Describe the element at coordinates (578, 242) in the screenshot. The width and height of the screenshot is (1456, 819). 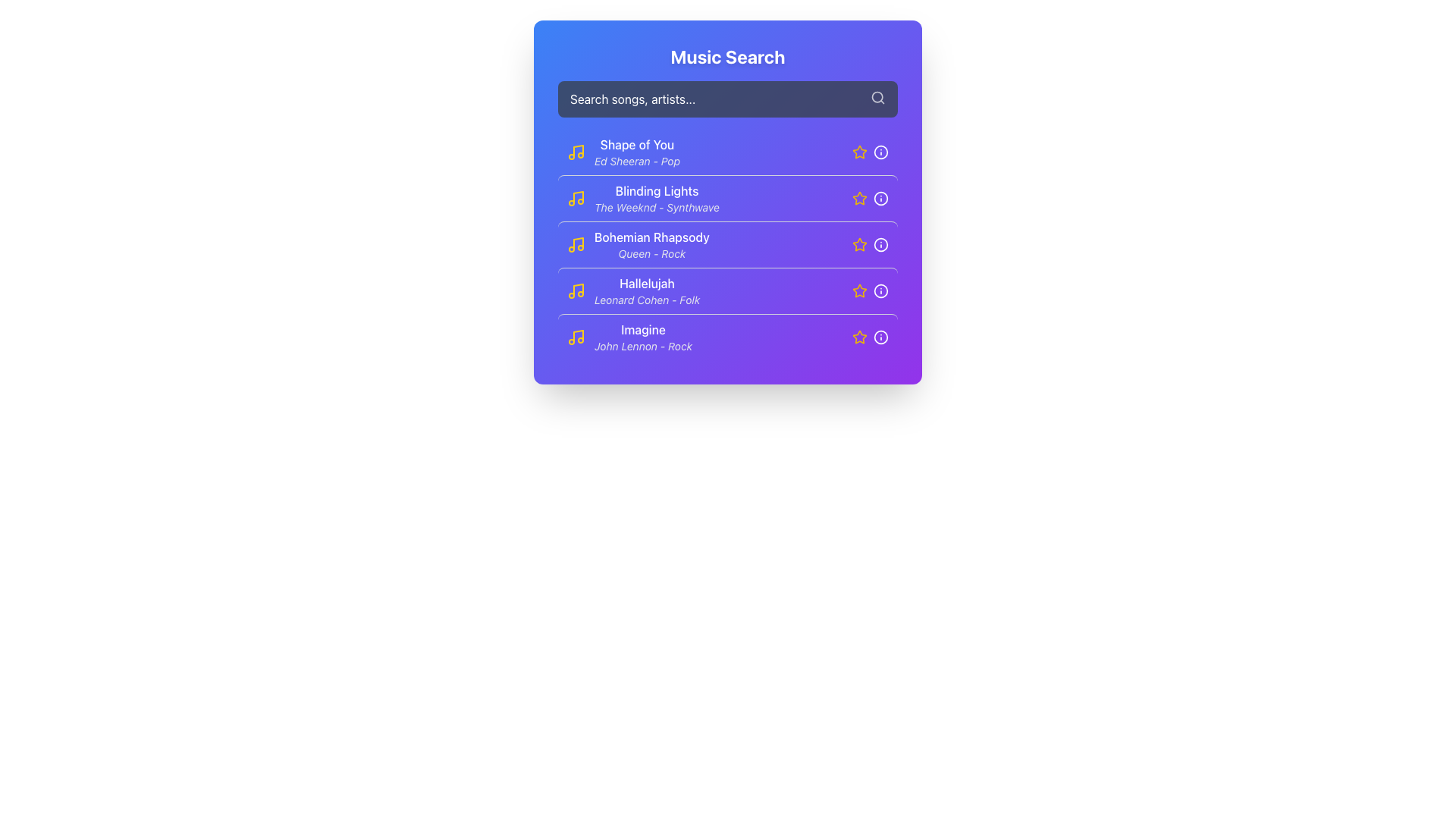
I see `vertical line of the musical note icon located in the third song entry next to 'Bohemian Rhapsody'` at that location.